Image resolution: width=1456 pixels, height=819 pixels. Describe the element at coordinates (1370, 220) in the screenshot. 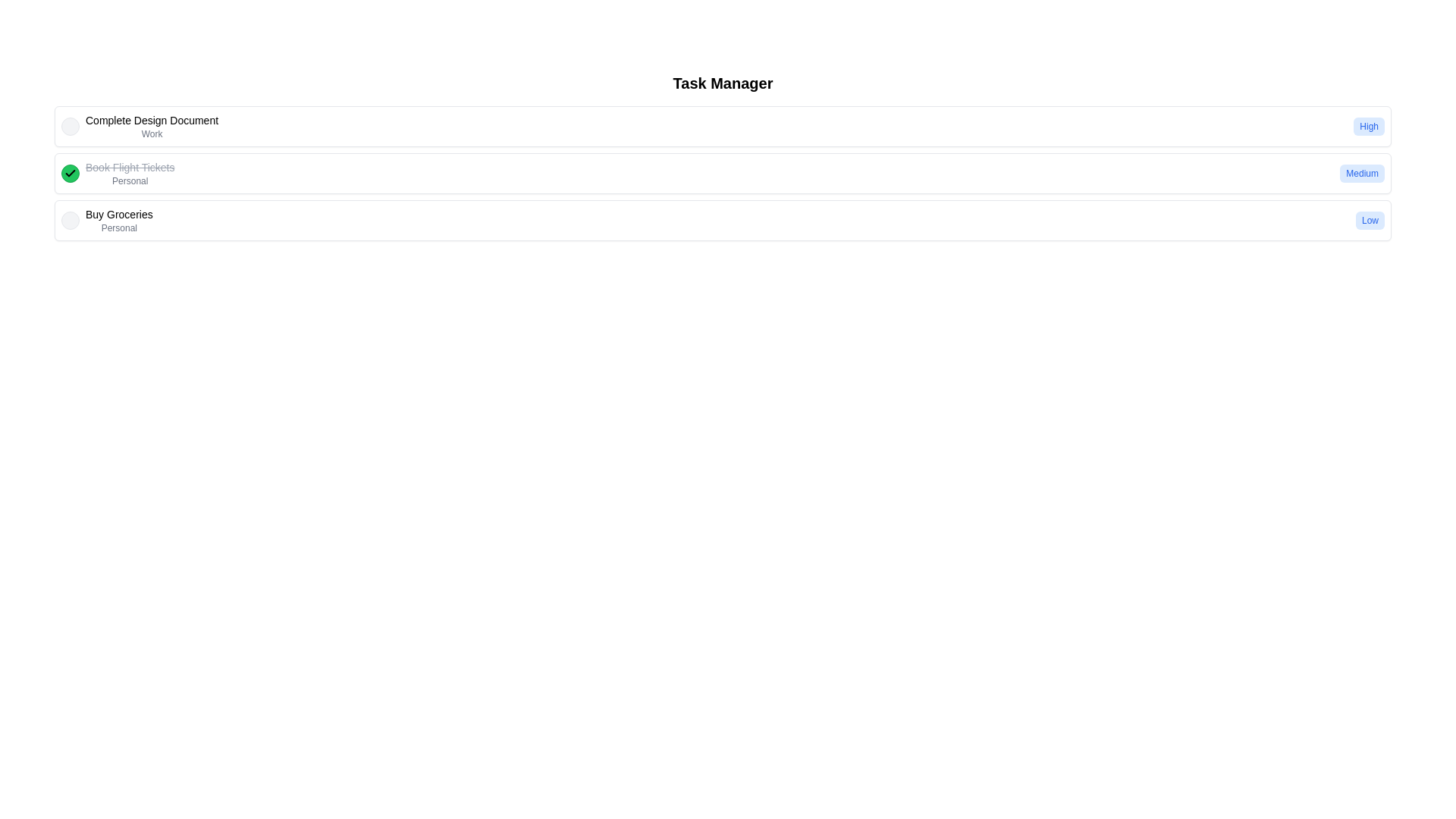

I see `the 'Low' priority label for the 'Buy Groceries' task, located at the far right end of its row adjacent to the 'Personal' category` at that location.